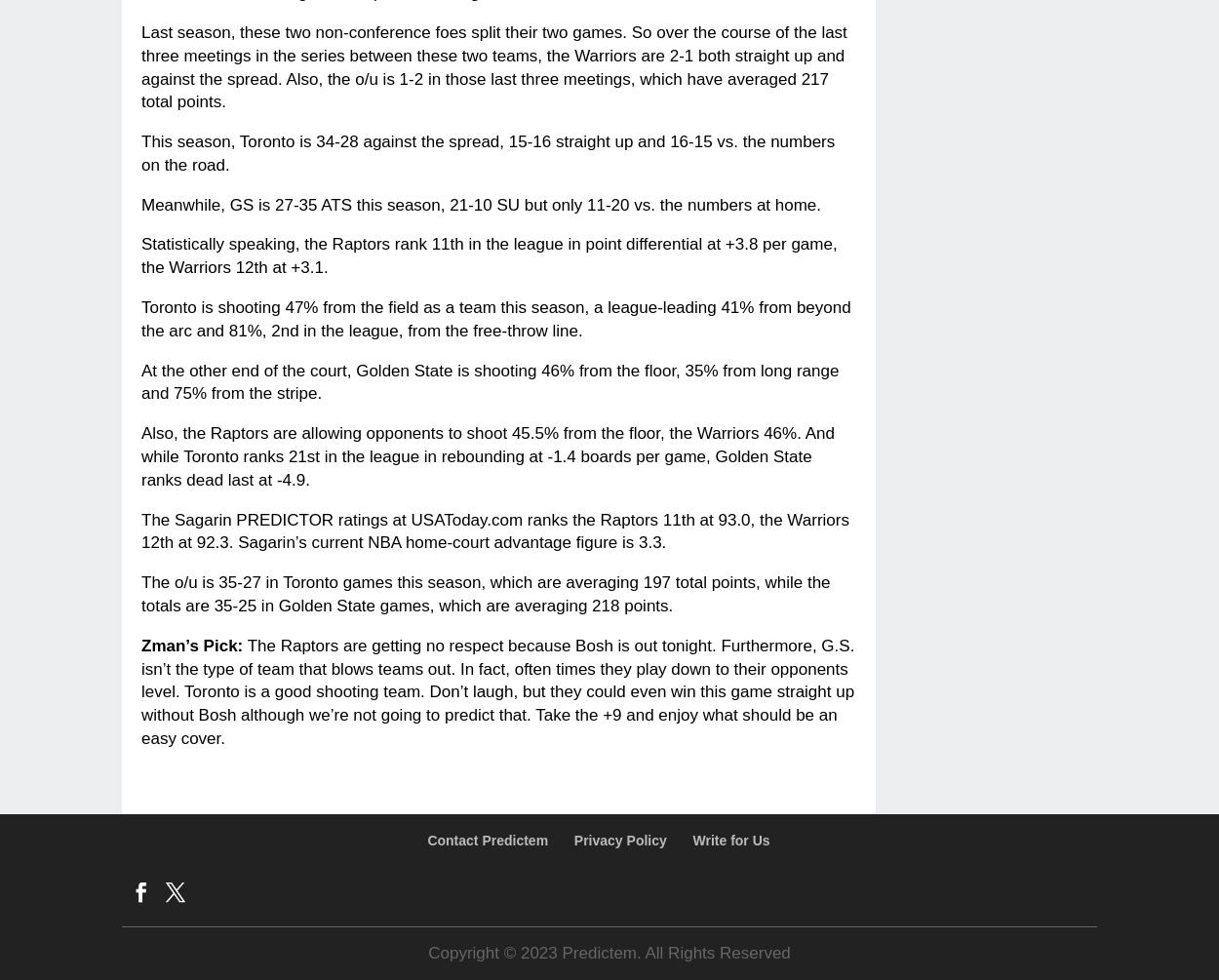  What do you see at coordinates (729, 838) in the screenshot?
I see `'Write for Us'` at bounding box center [729, 838].